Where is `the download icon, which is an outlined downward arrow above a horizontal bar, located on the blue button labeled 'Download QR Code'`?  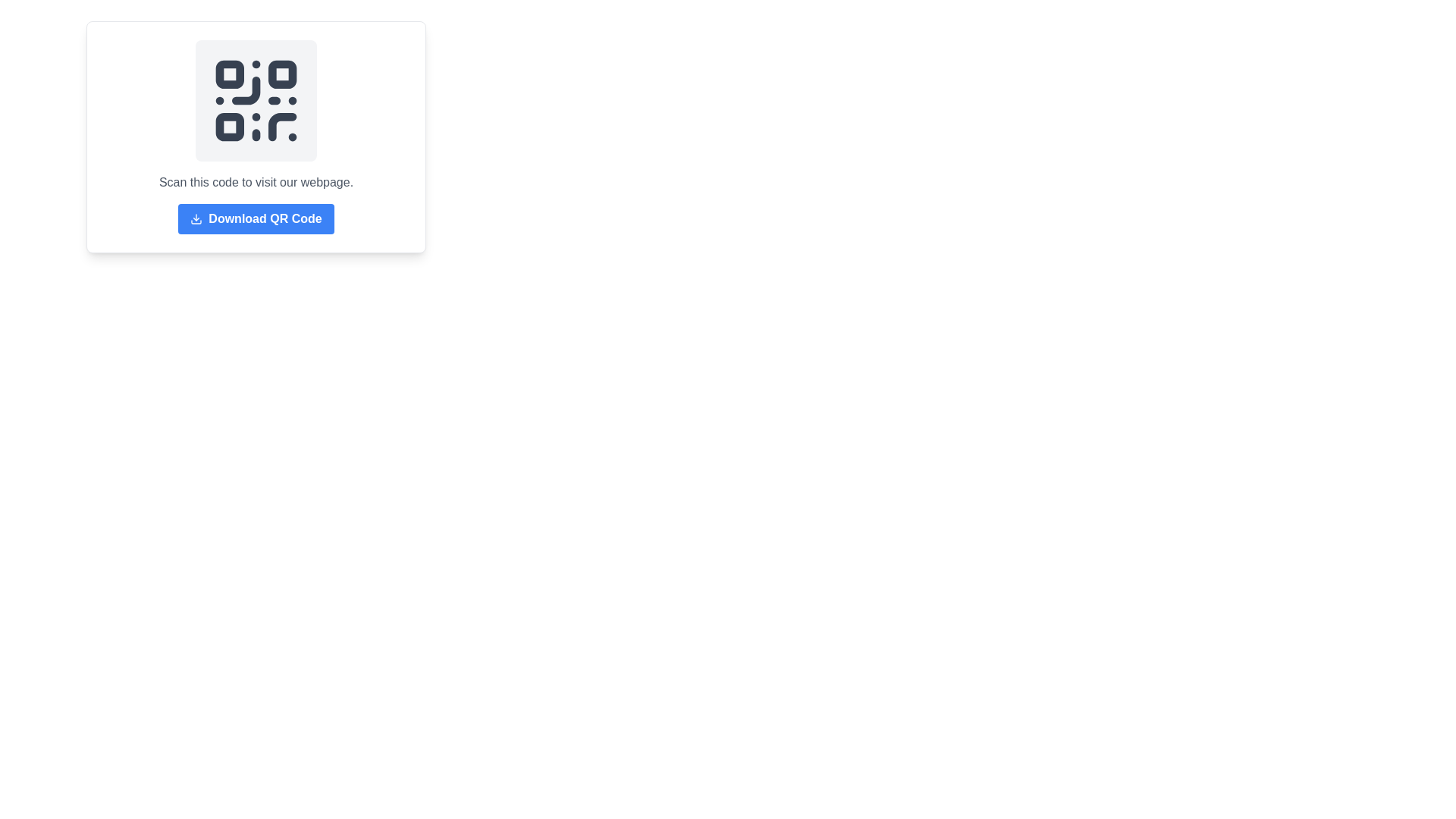 the download icon, which is an outlined downward arrow above a horizontal bar, located on the blue button labeled 'Download QR Code' is located at coordinates (196, 219).